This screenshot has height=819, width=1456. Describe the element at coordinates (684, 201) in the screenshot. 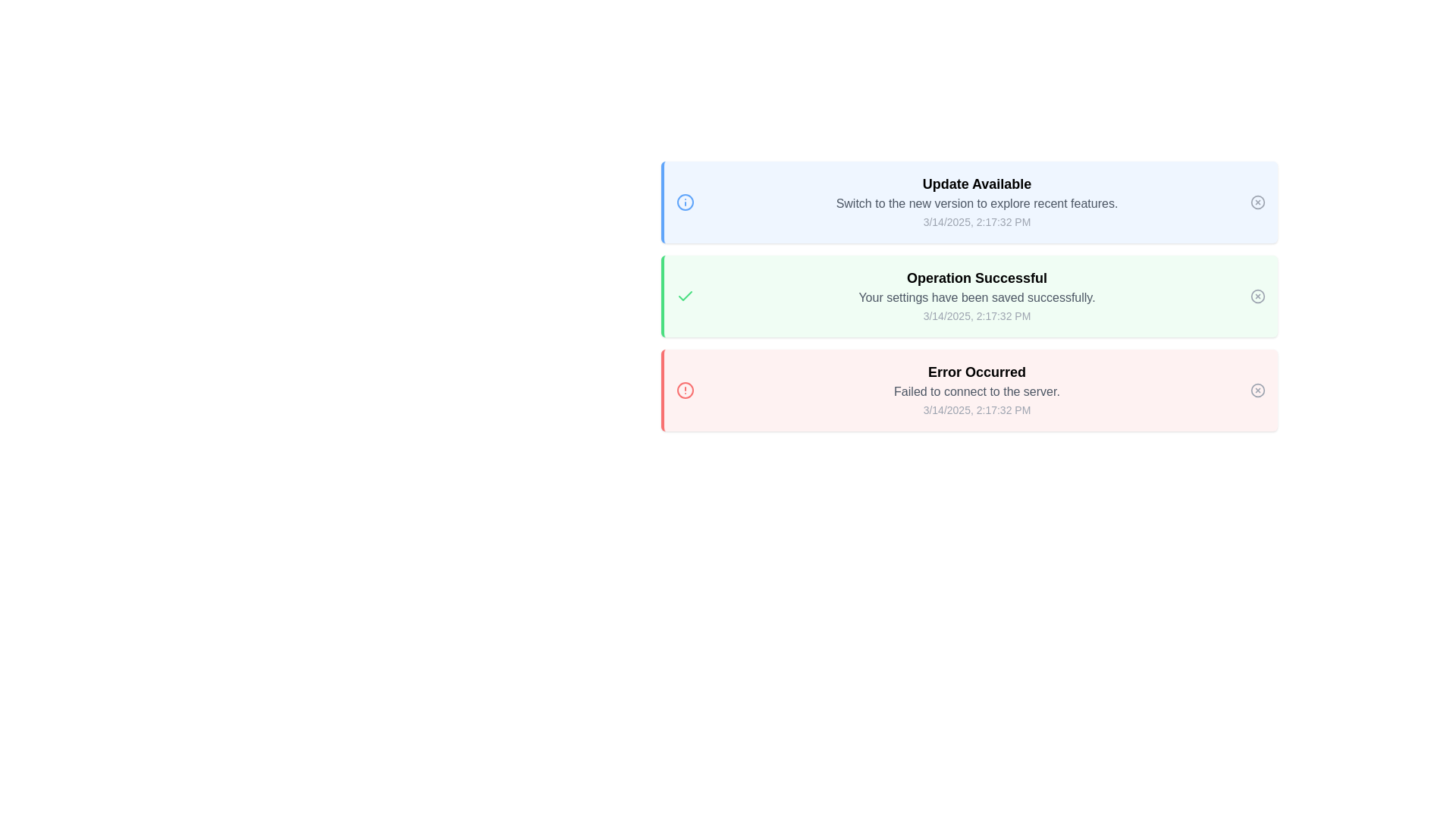

I see `the icon located at the very left of the blue notification box labeled 'Update Available', which signifies that the box contains informational content` at that location.